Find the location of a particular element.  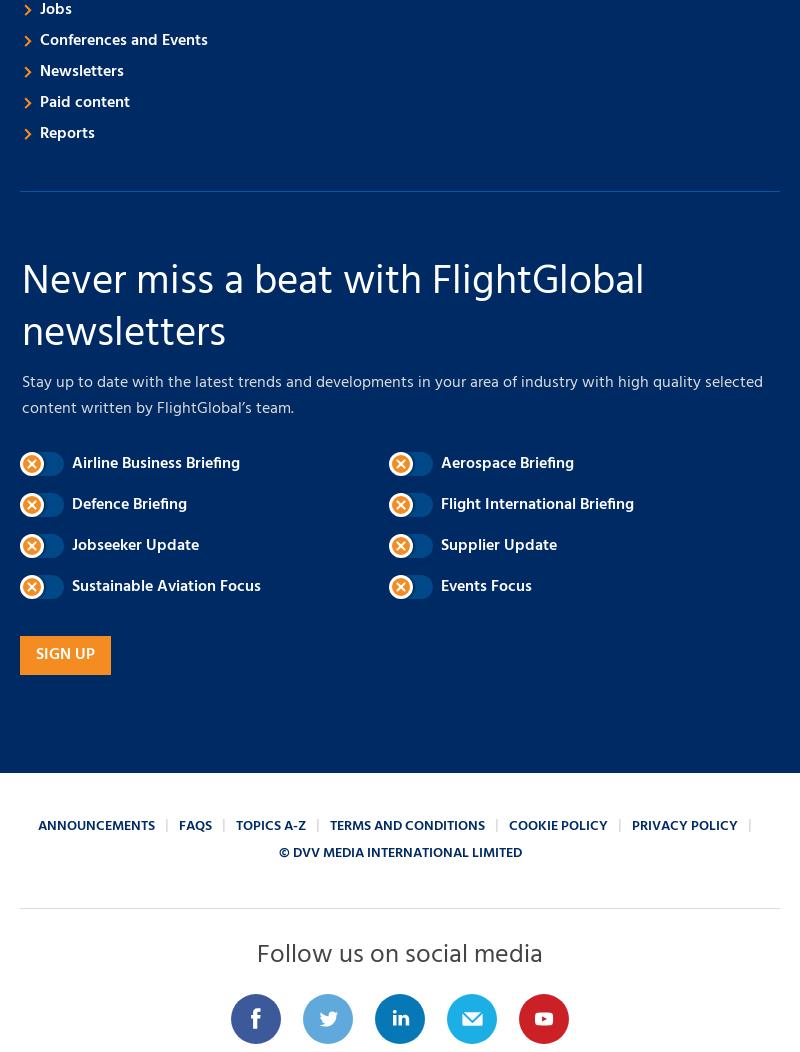

'Privacy policy' is located at coordinates (632, 826).